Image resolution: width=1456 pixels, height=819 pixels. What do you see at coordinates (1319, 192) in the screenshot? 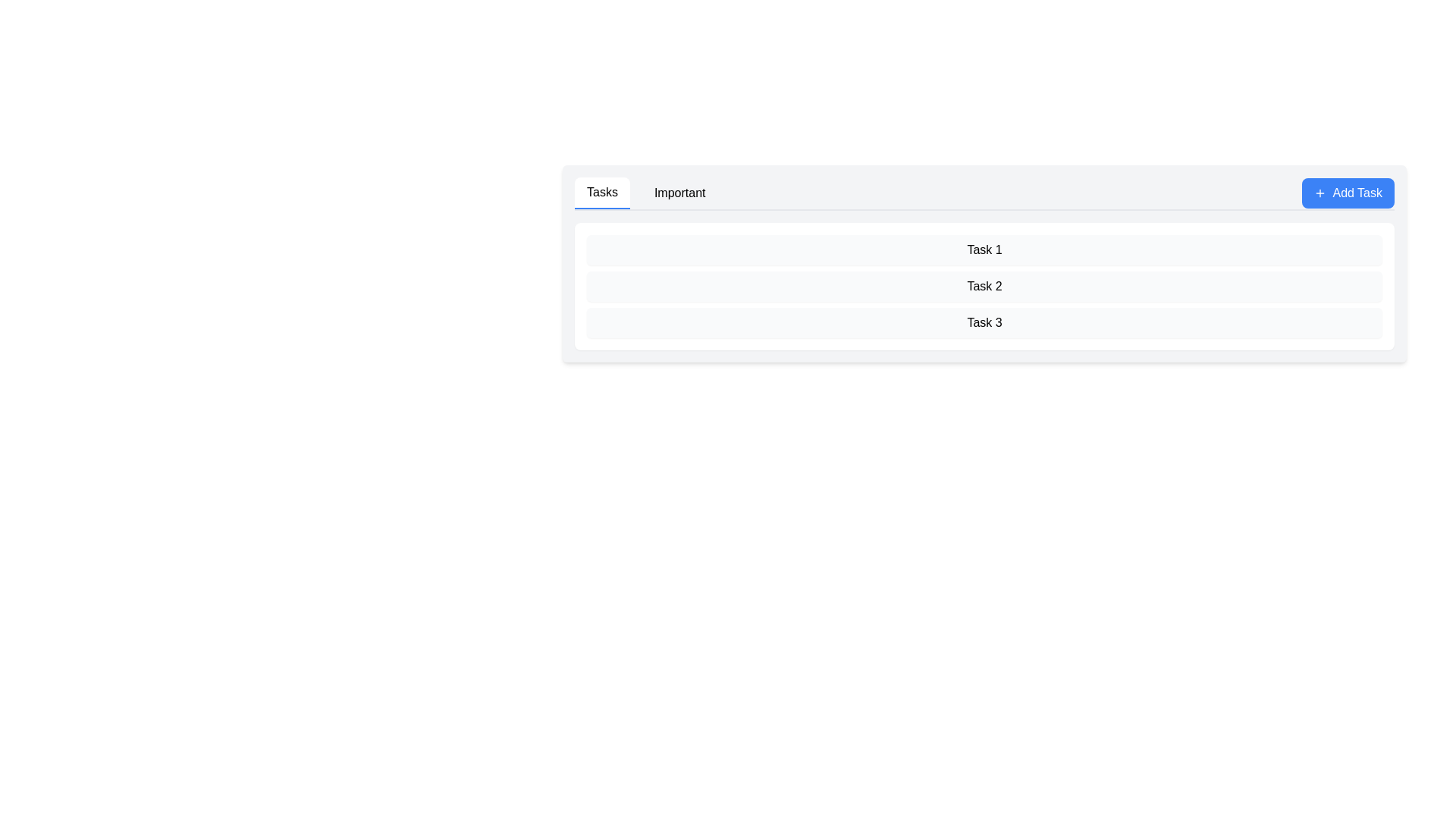
I see `the SVG icon on the left side of the 'Add Task' button, which is located in the top-right corner of the interface` at bounding box center [1319, 192].